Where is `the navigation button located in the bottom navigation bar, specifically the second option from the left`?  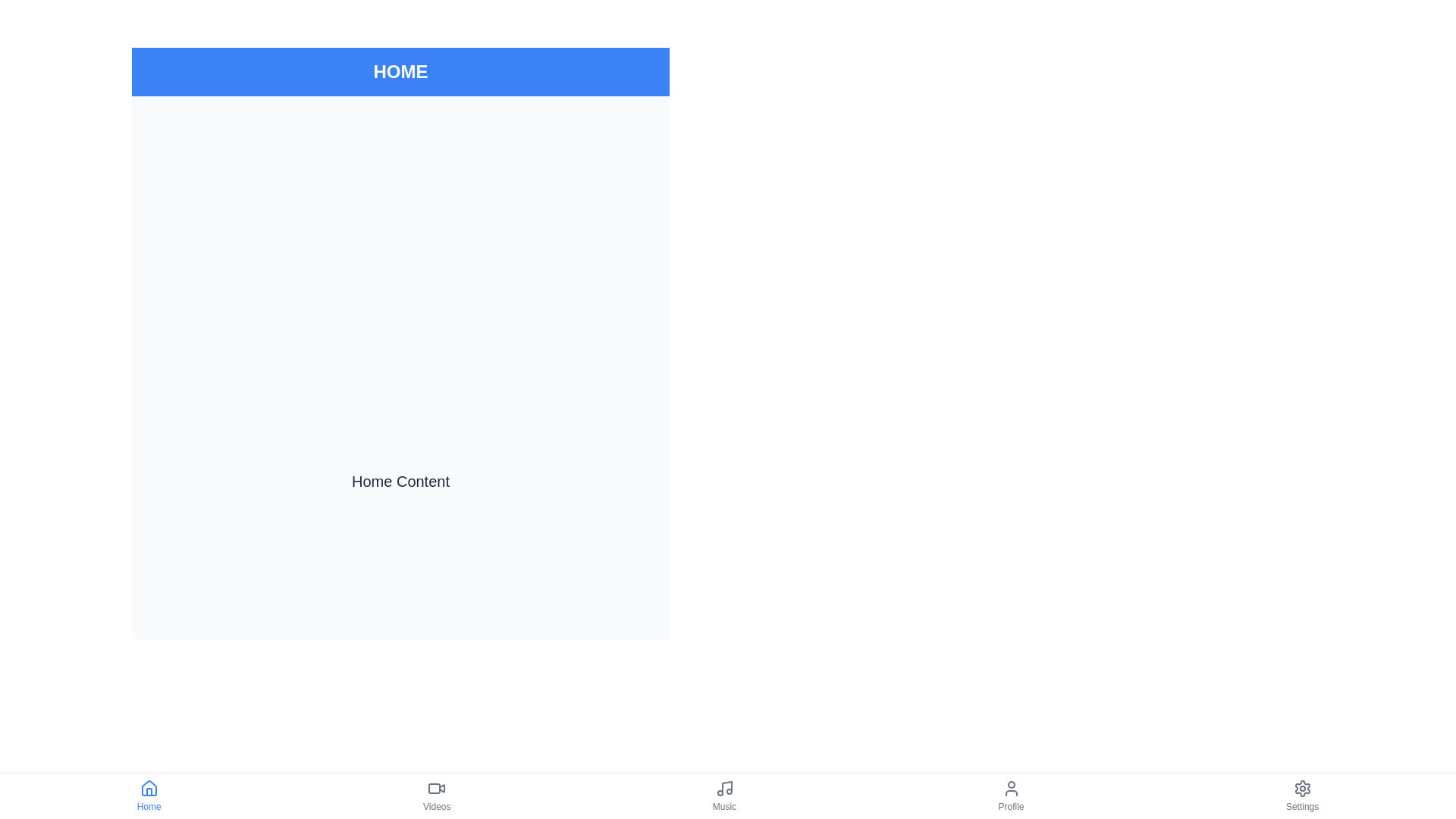
the navigation button located in the bottom navigation bar, specifically the second option from the left is located at coordinates (436, 795).